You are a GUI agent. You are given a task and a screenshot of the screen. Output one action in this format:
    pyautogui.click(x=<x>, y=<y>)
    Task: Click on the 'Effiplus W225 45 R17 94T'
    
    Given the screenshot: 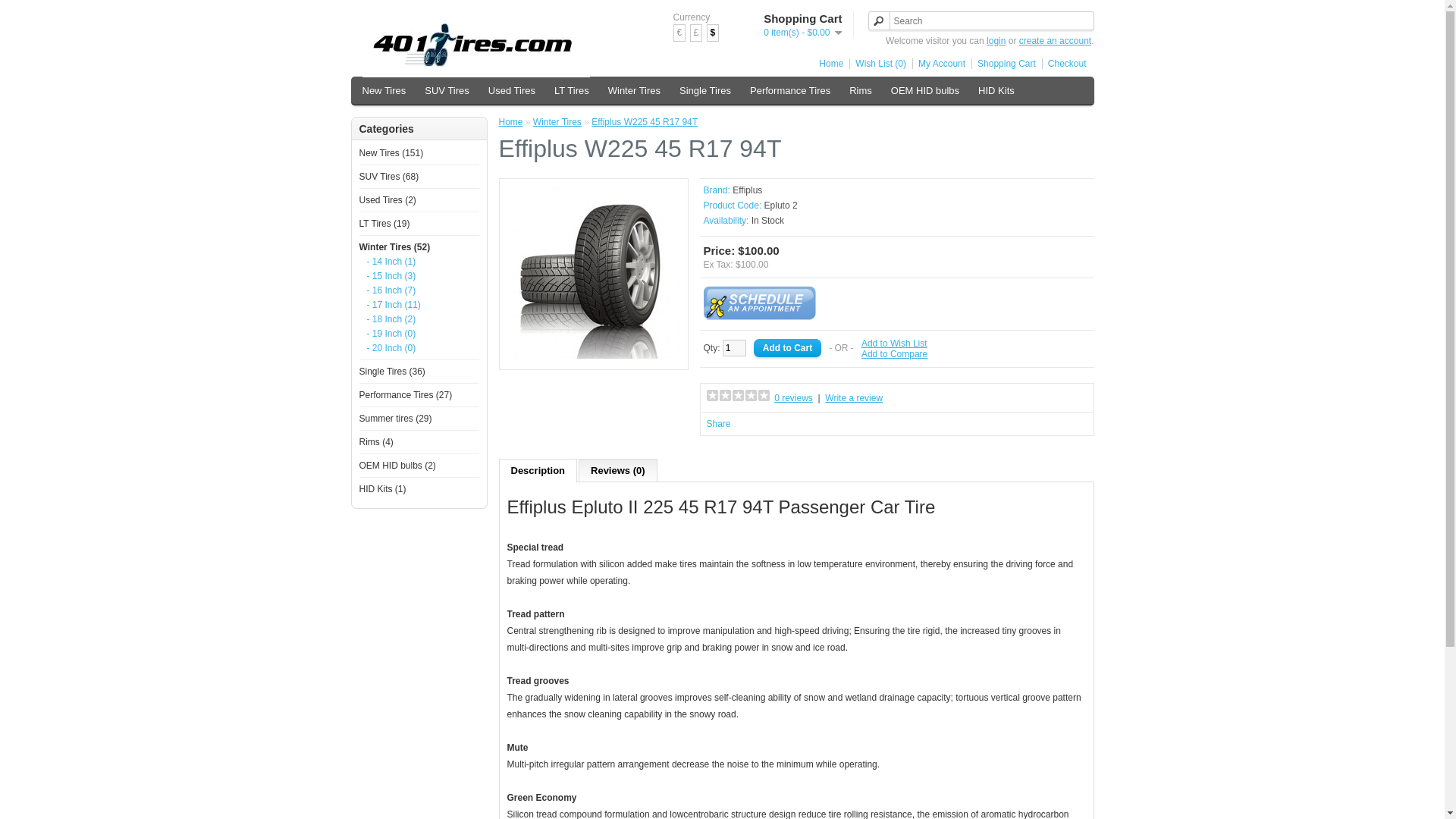 What is the action you would take?
    pyautogui.click(x=644, y=121)
    